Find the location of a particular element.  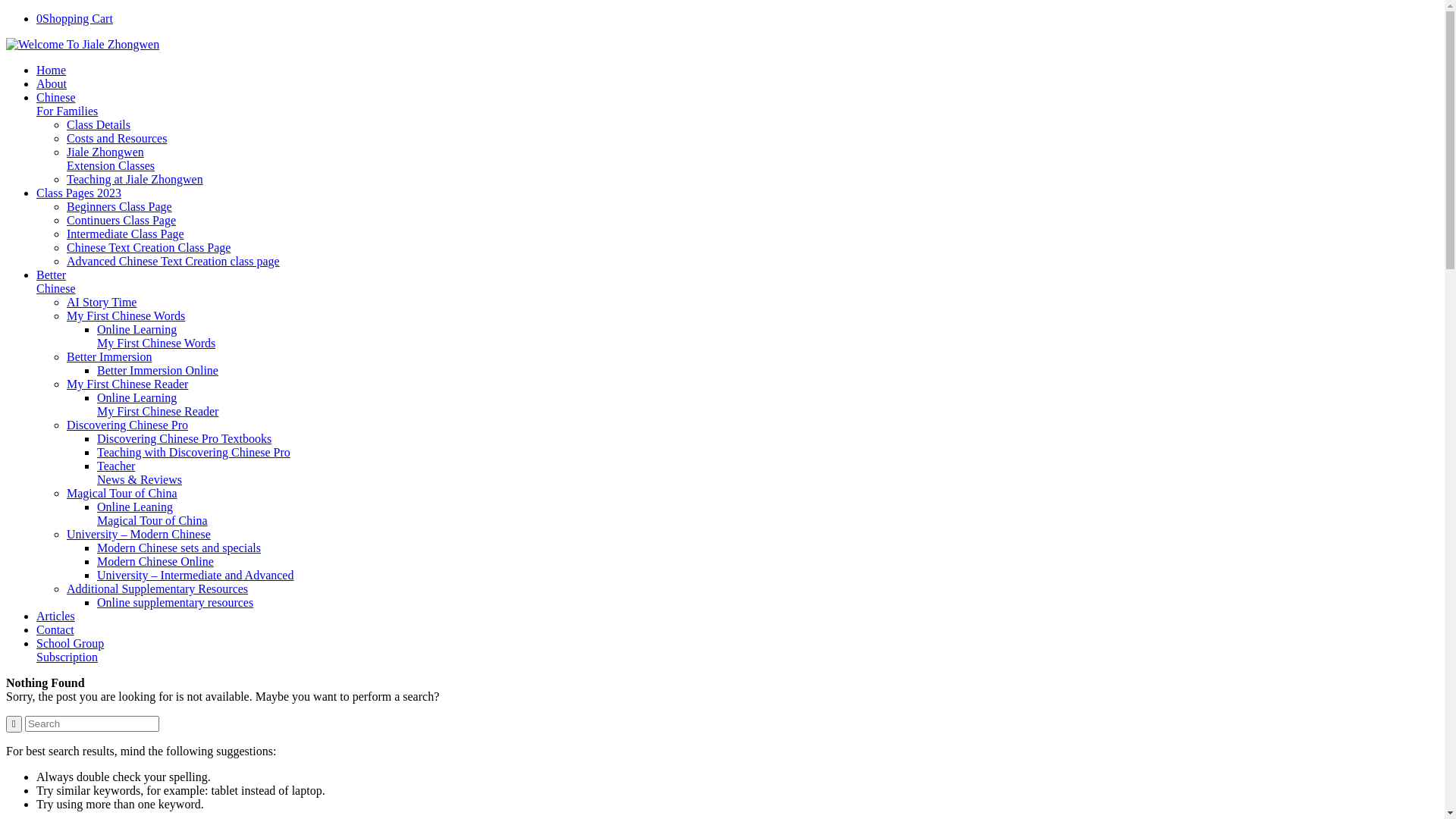

'Better Immersion' is located at coordinates (108, 356).